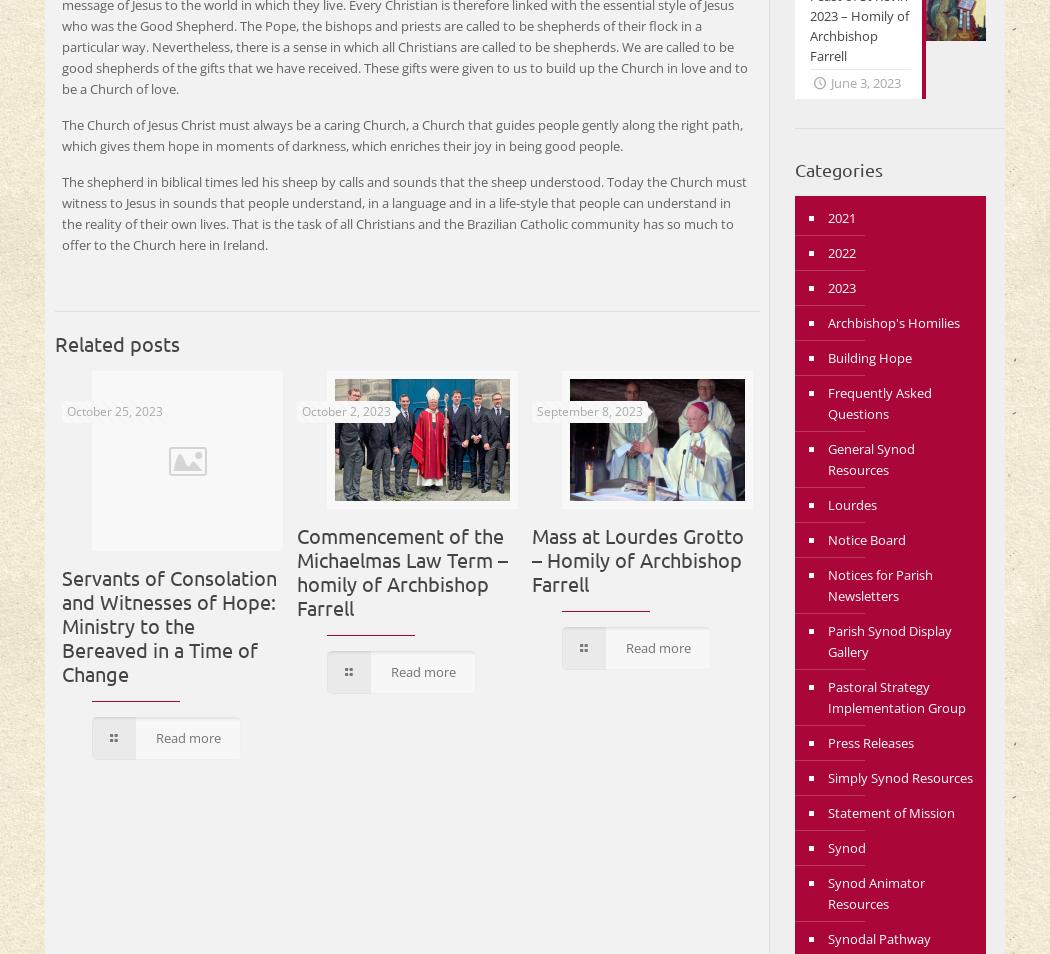  I want to click on 'Notices for Parish Newsletters', so click(879, 584).